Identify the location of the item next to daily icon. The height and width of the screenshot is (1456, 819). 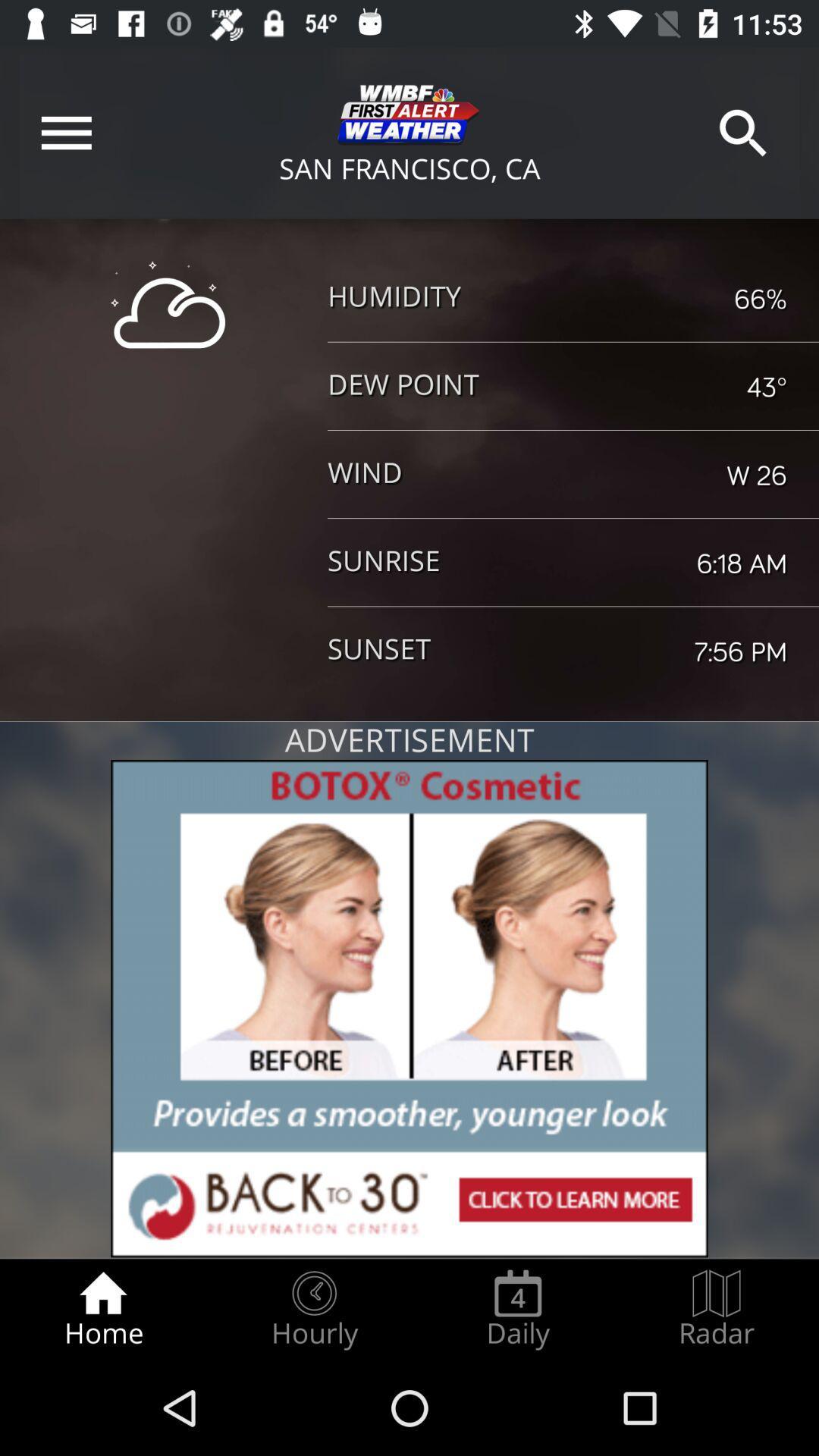
(313, 1309).